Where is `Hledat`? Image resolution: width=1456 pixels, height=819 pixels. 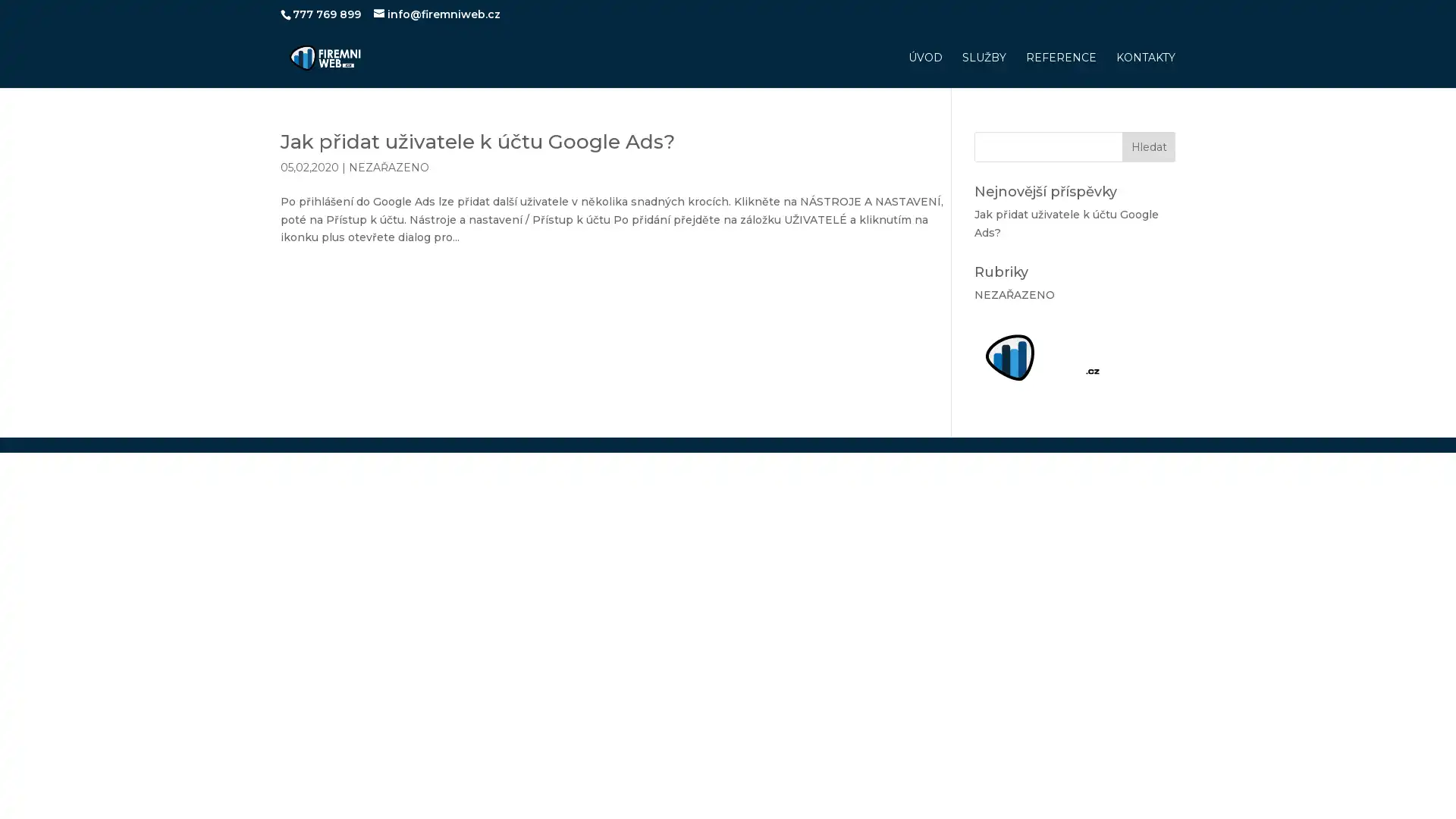
Hledat is located at coordinates (1149, 146).